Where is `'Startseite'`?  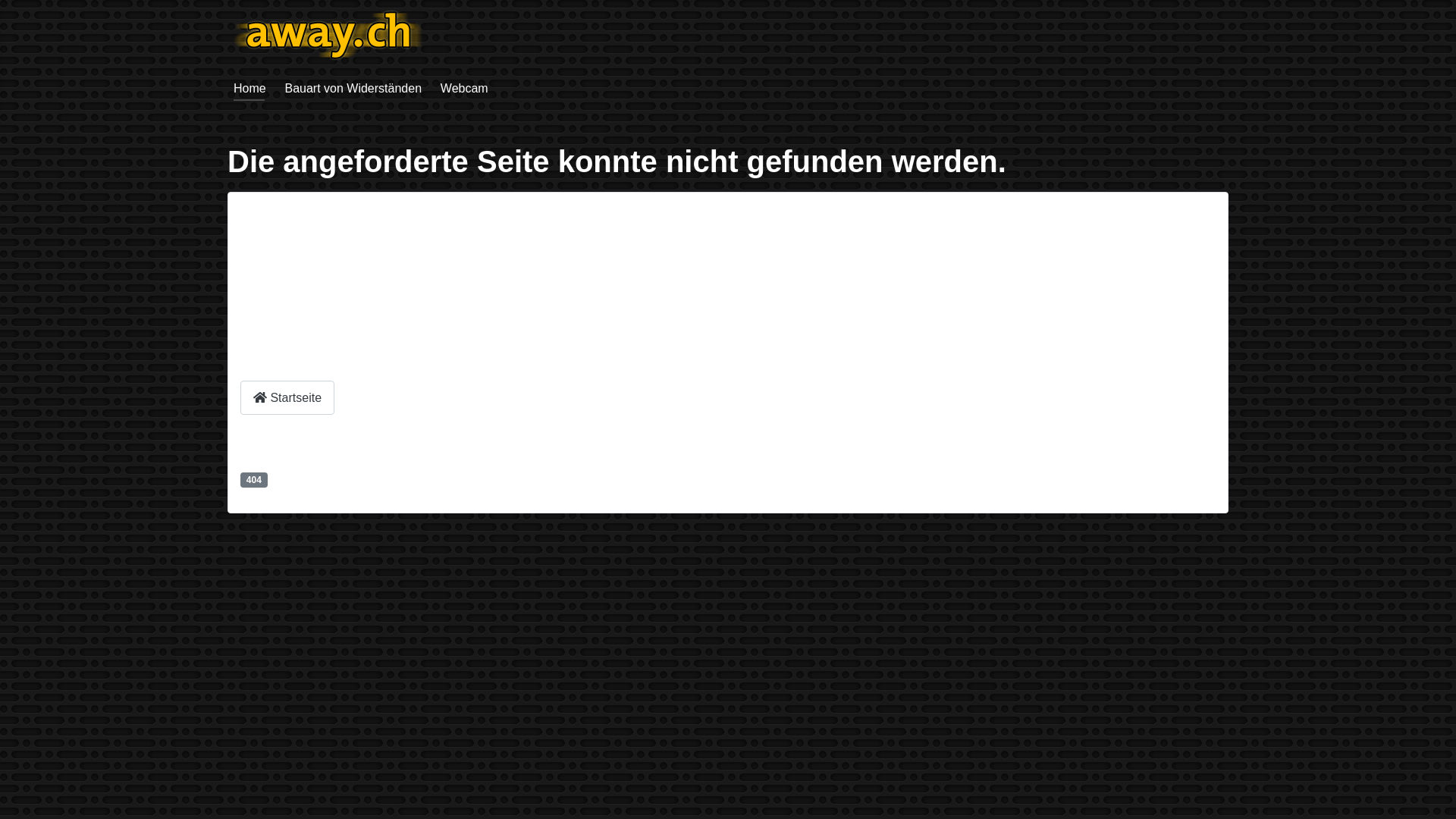 'Startseite' is located at coordinates (287, 397).